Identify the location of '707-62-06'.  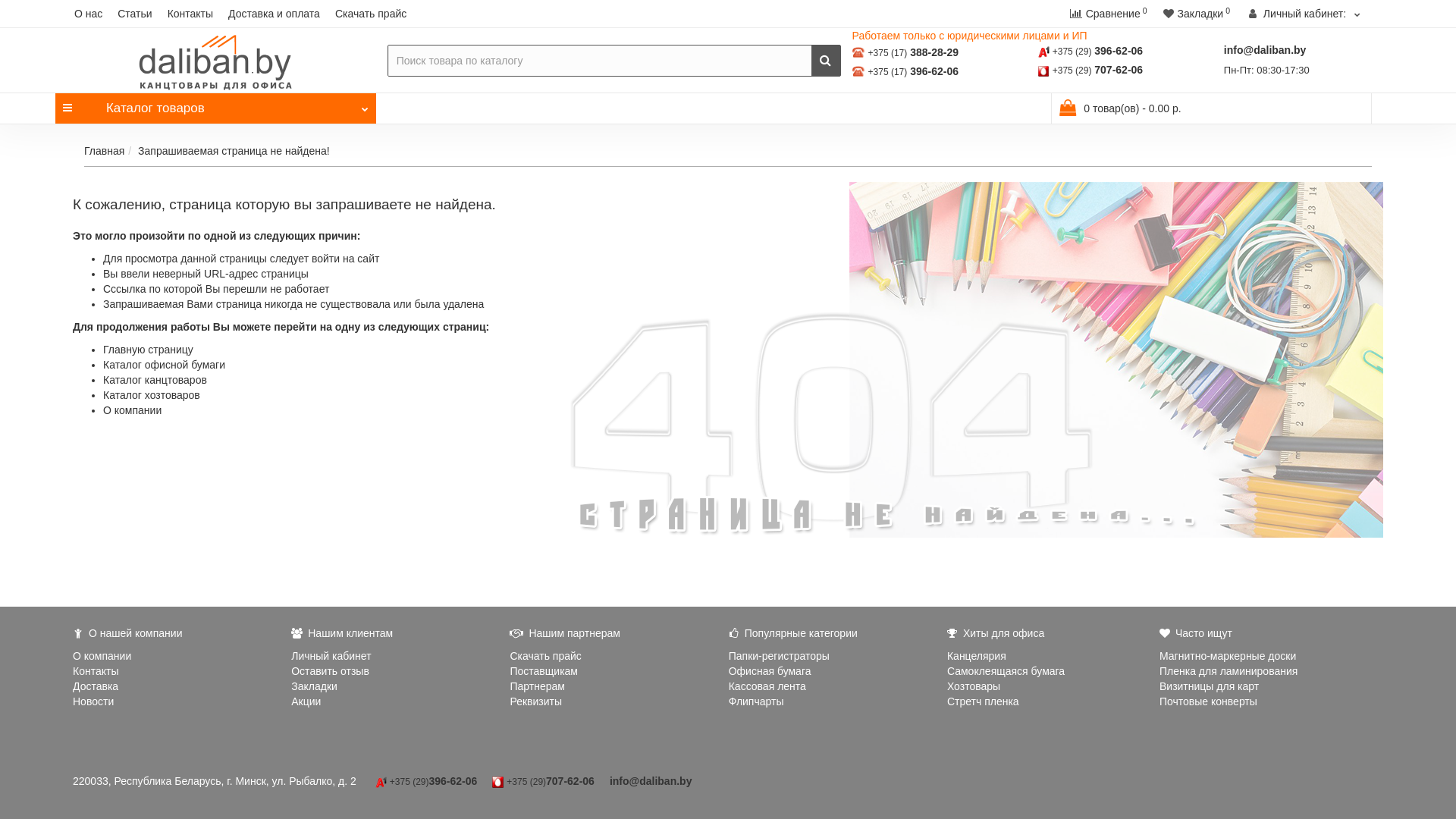
(1118, 70).